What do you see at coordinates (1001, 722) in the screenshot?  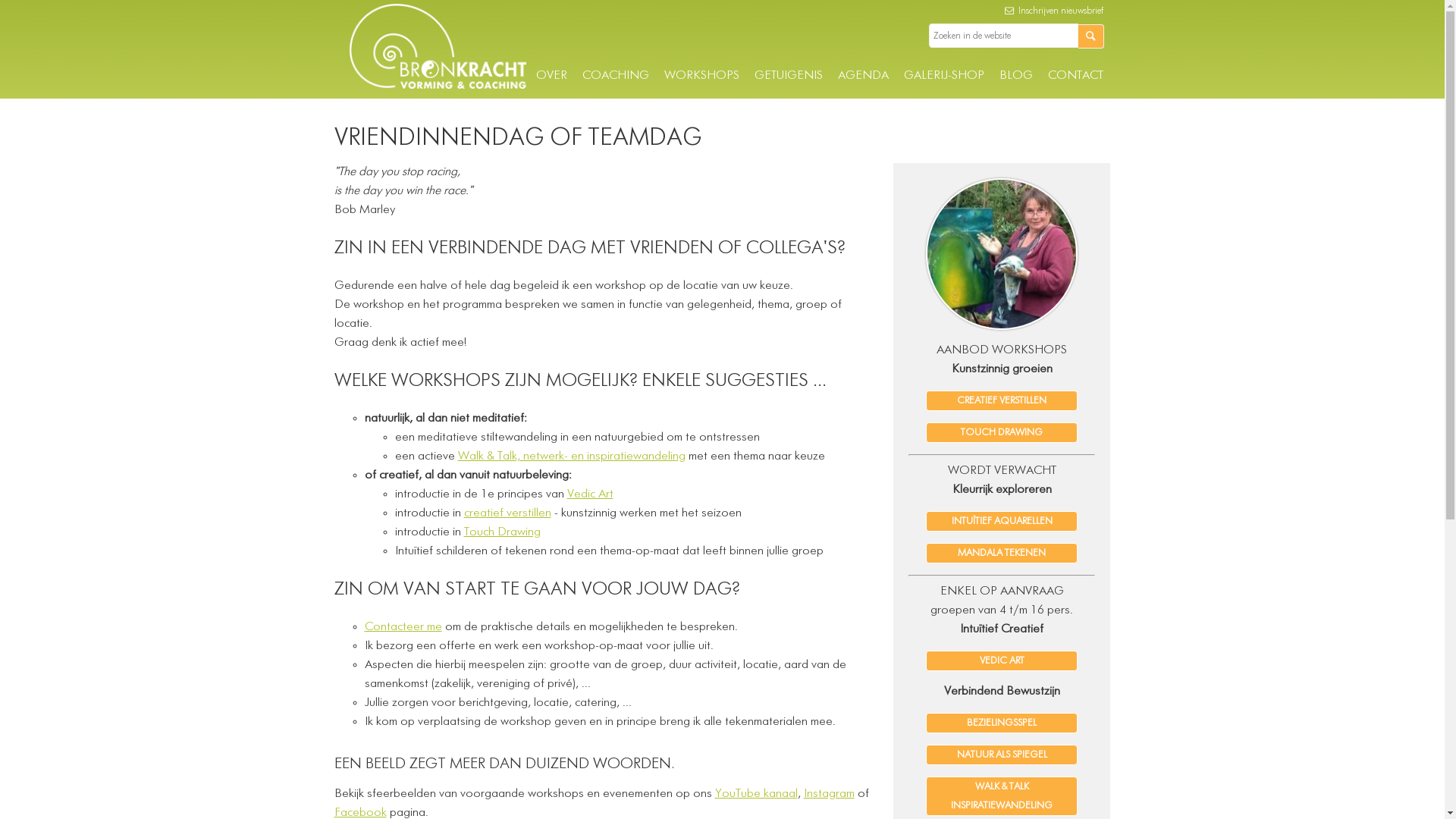 I see `'BEZIELINGSSPEL'` at bounding box center [1001, 722].